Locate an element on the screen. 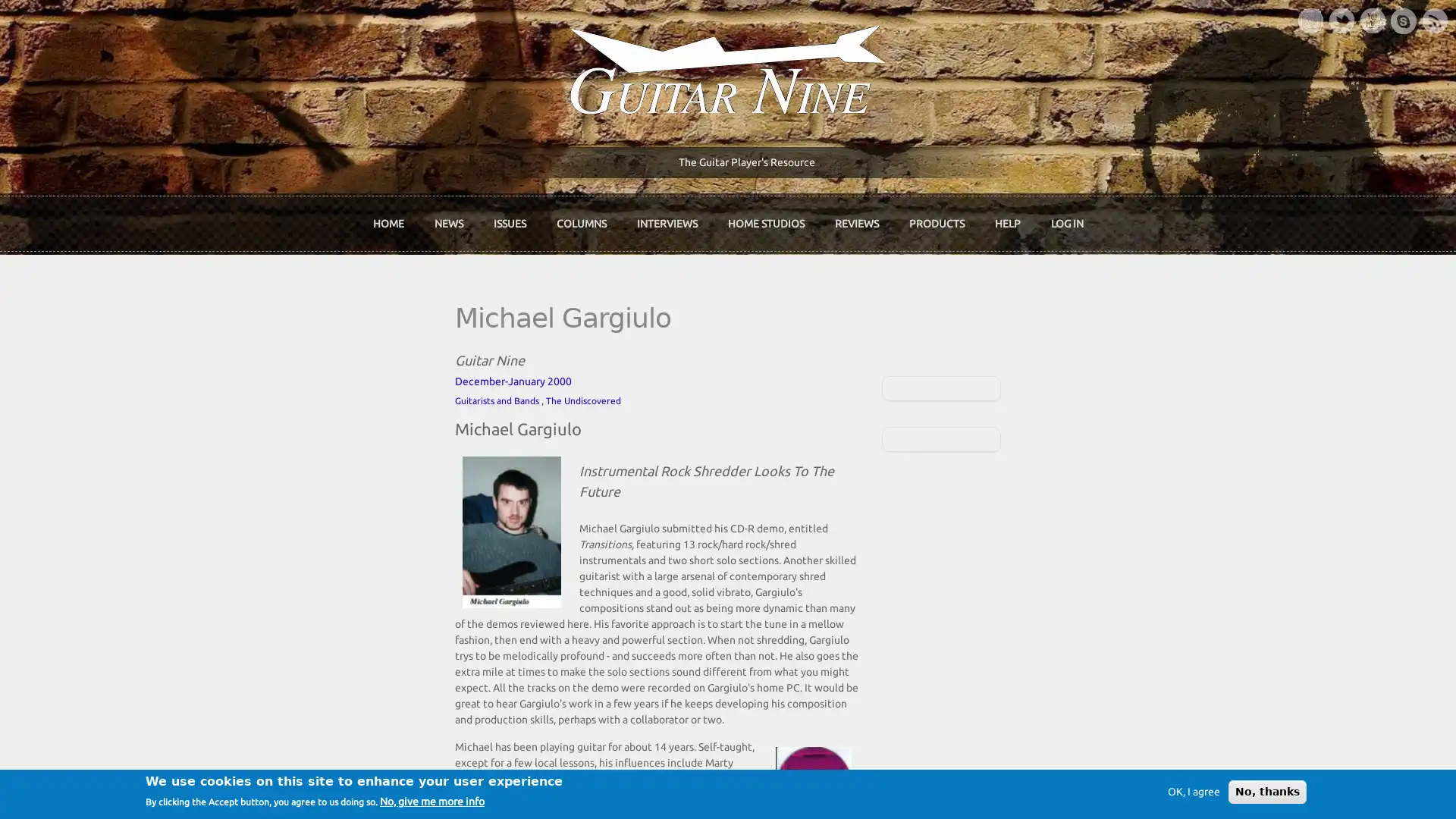 The width and height of the screenshot is (1456, 819). No, thanks is located at coordinates (1267, 791).